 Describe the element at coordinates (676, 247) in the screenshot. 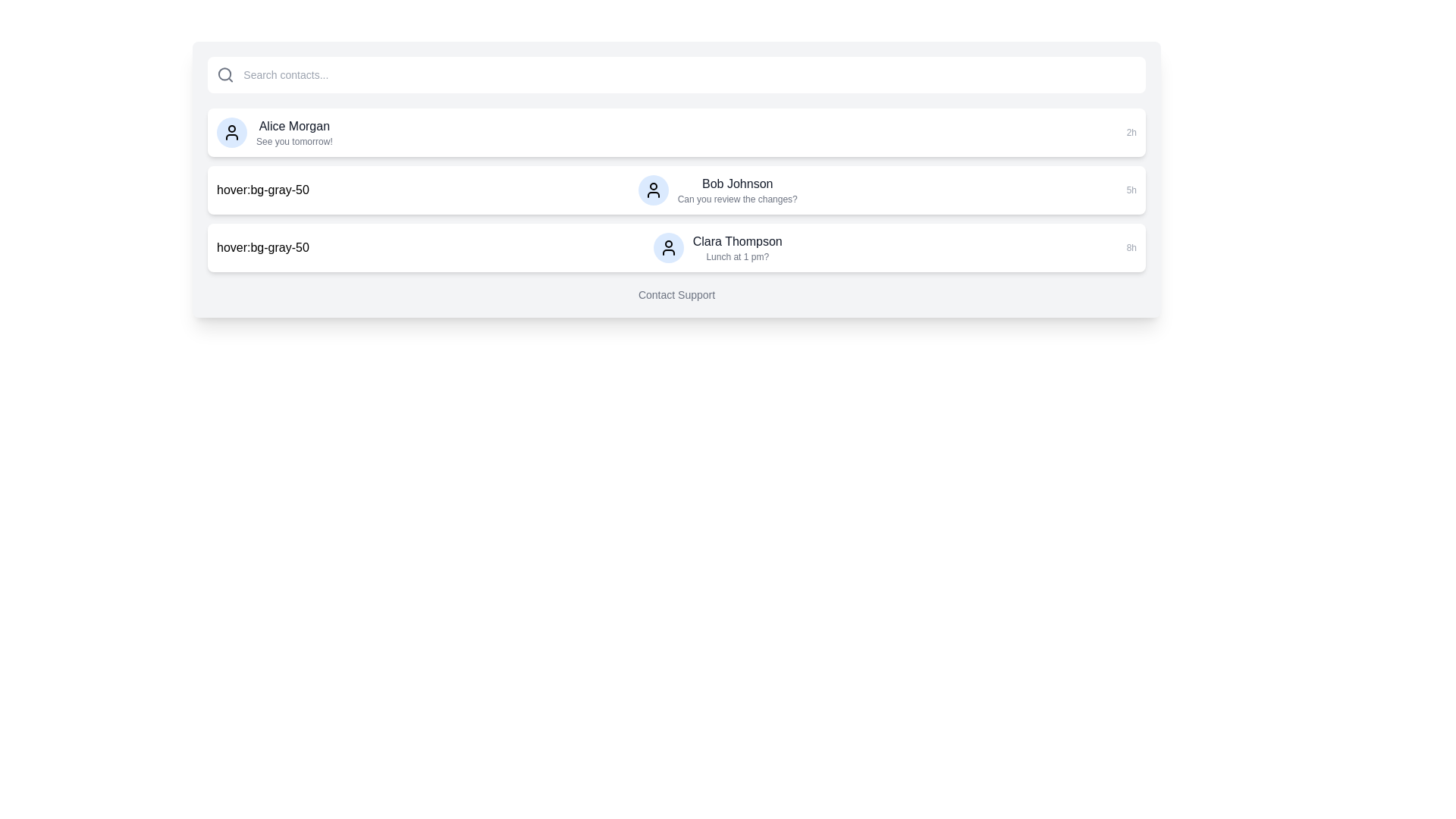

I see `the third contact card element, which displays 'Clara Thompson' and 'Lunch at 1 pm?'` at that location.